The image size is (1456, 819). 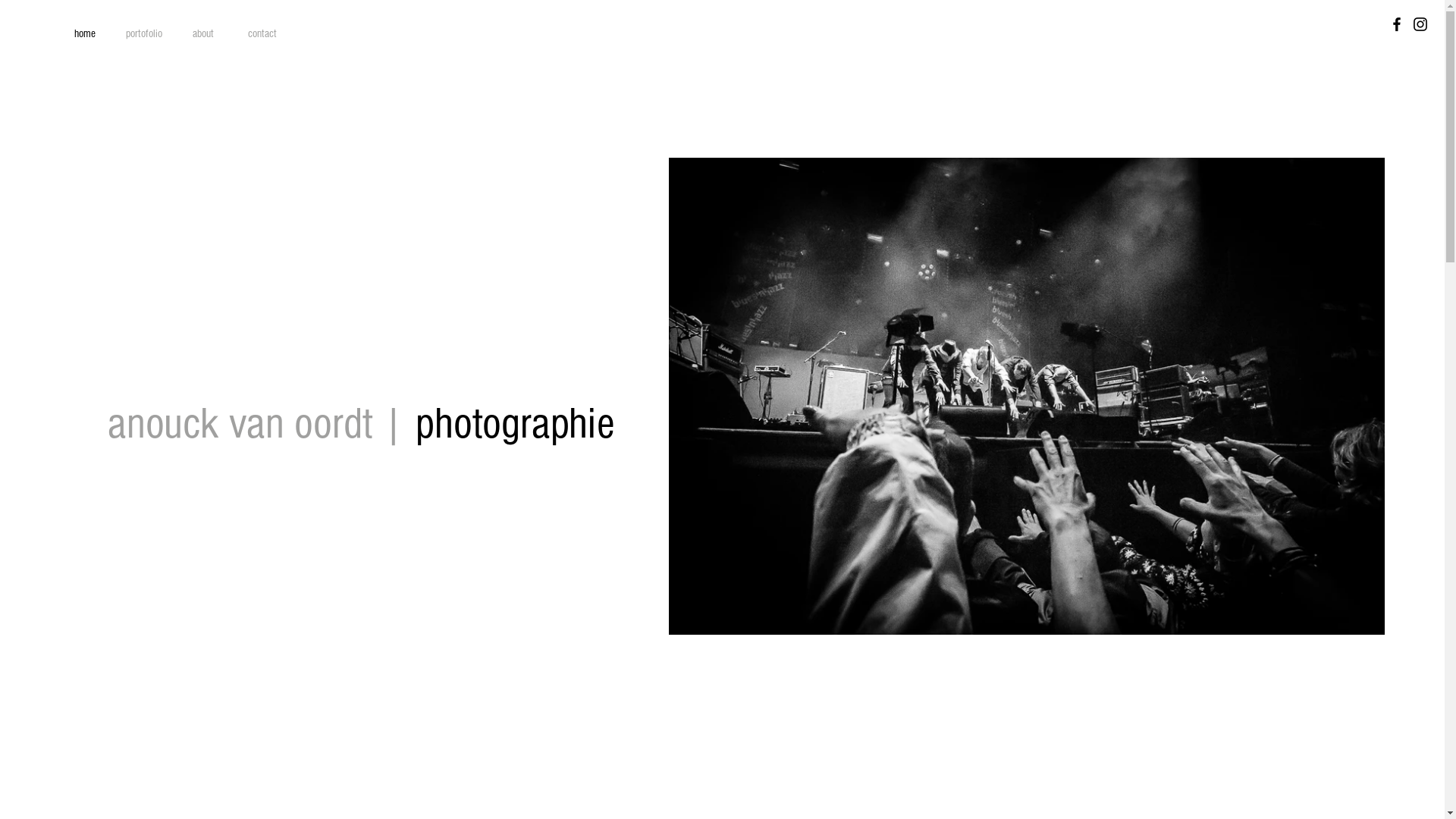 What do you see at coordinates (262, 34) in the screenshot?
I see `'contact'` at bounding box center [262, 34].